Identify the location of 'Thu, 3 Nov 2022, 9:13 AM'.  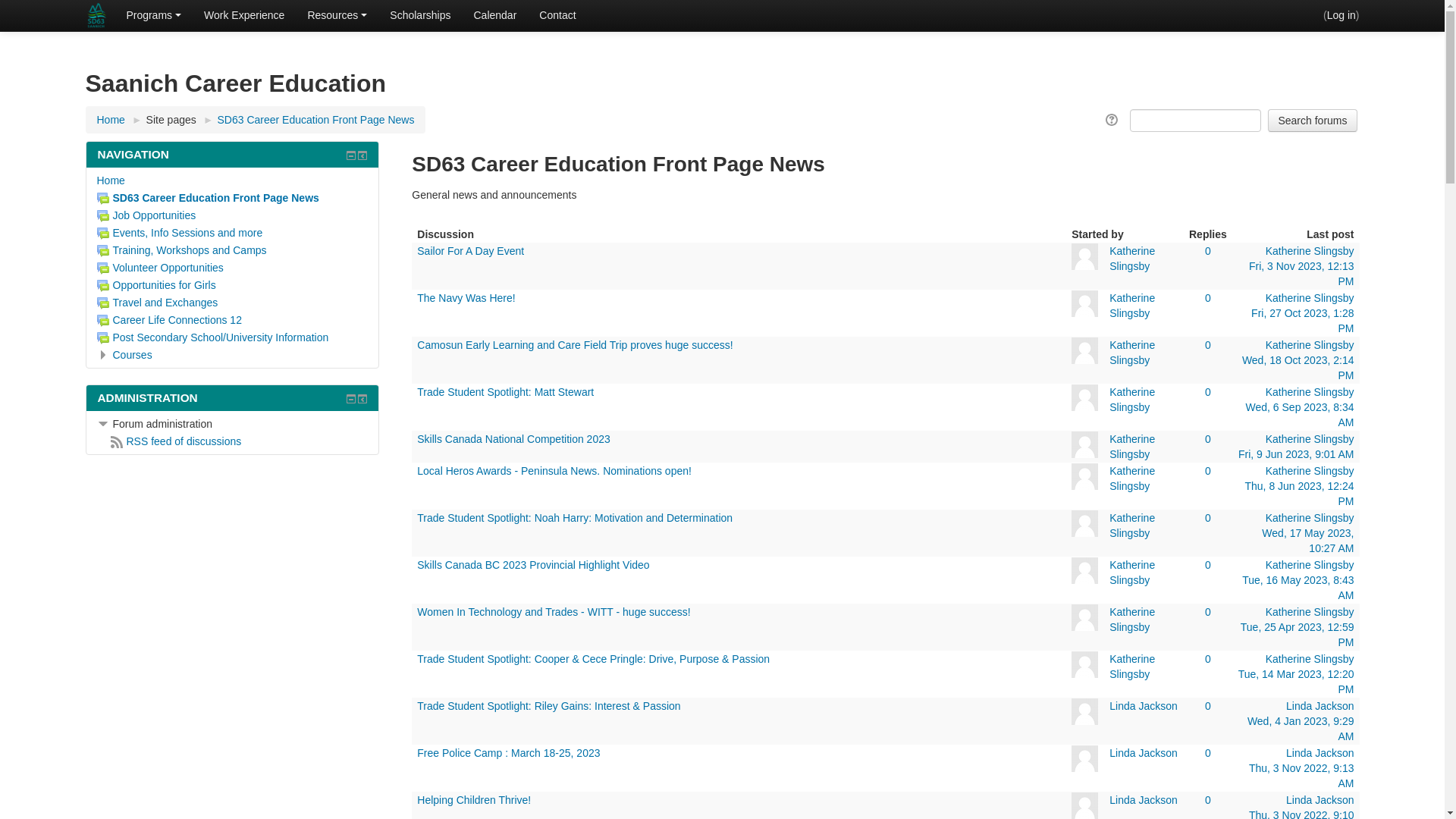
(1301, 775).